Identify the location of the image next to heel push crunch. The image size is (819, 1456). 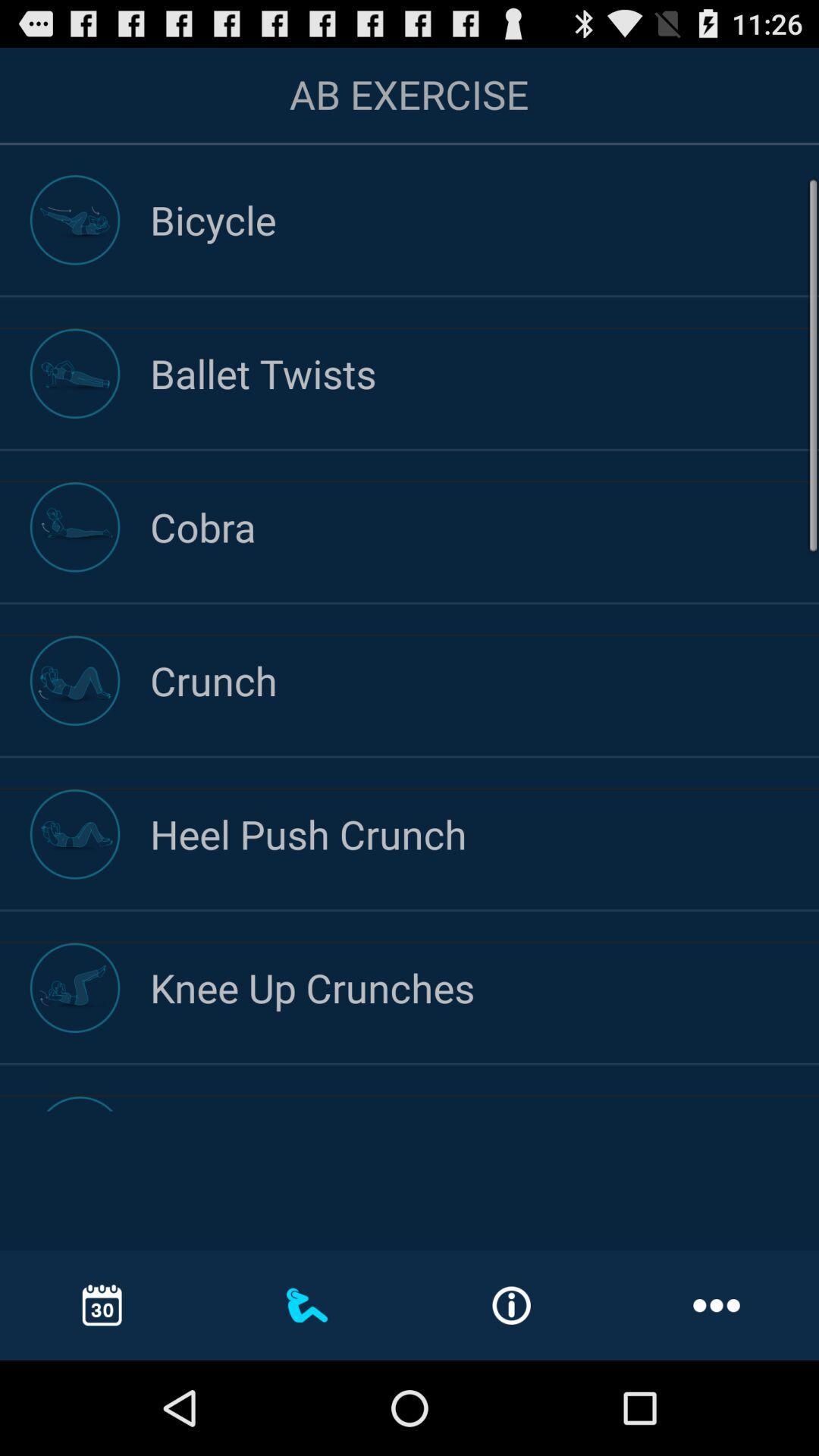
(75, 833).